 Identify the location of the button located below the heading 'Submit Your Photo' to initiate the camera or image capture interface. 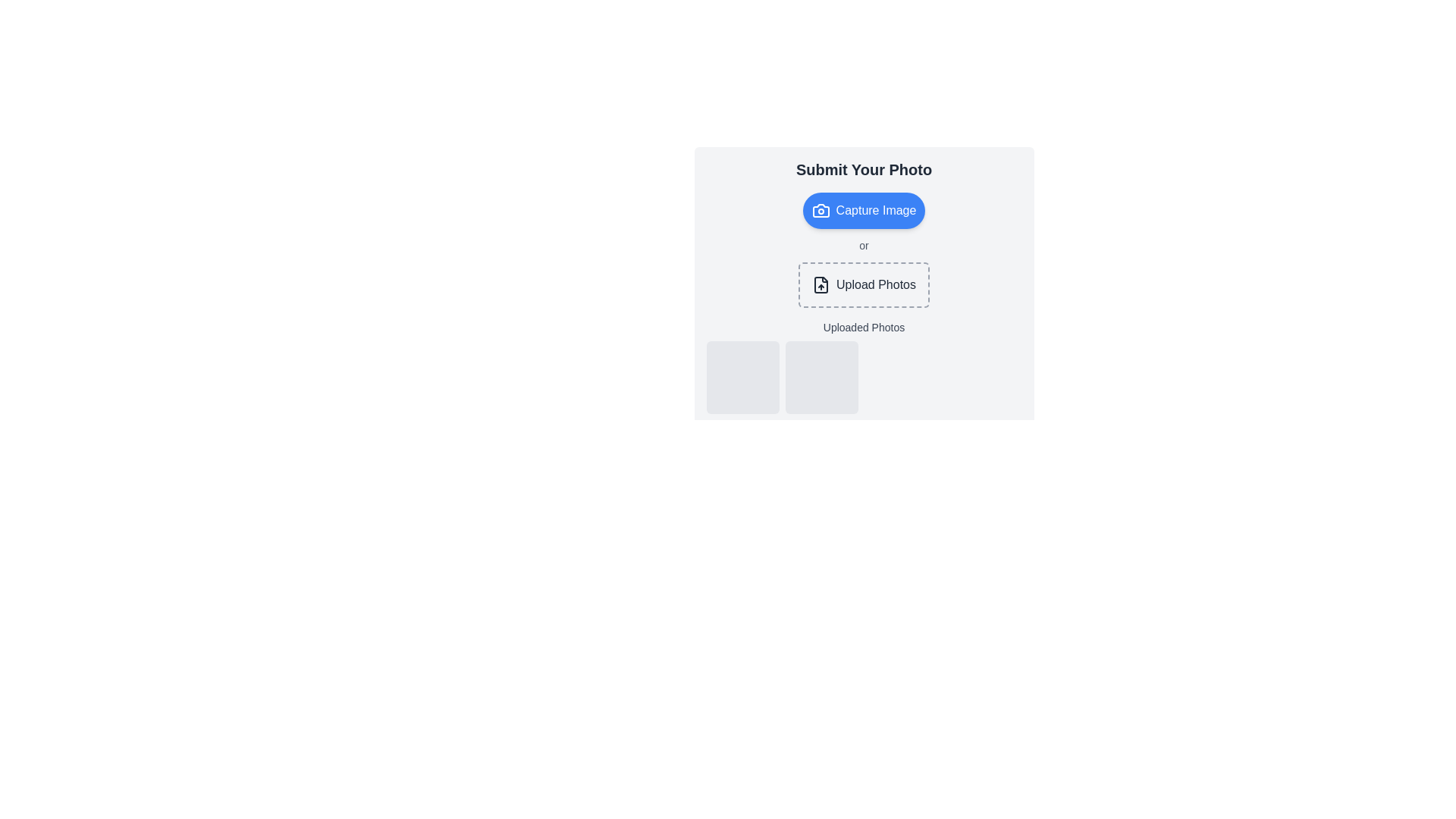
(864, 210).